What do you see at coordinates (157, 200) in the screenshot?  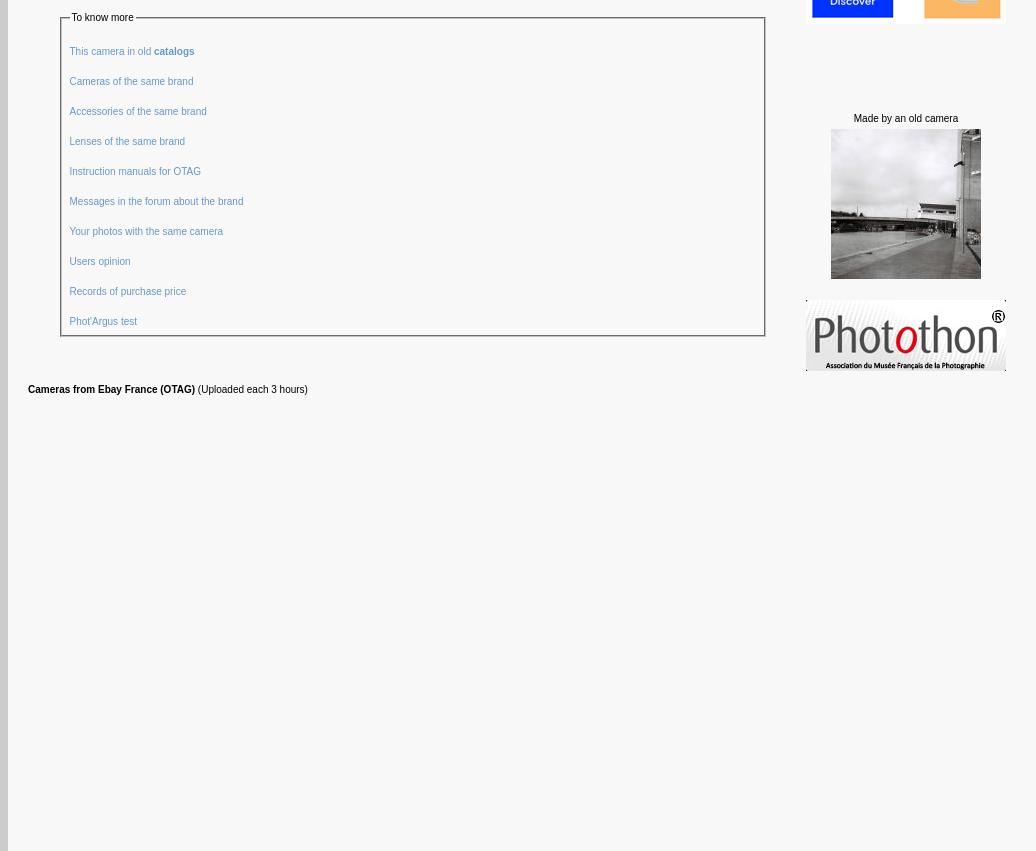 I see `'Messages in the forum about the brand'` at bounding box center [157, 200].